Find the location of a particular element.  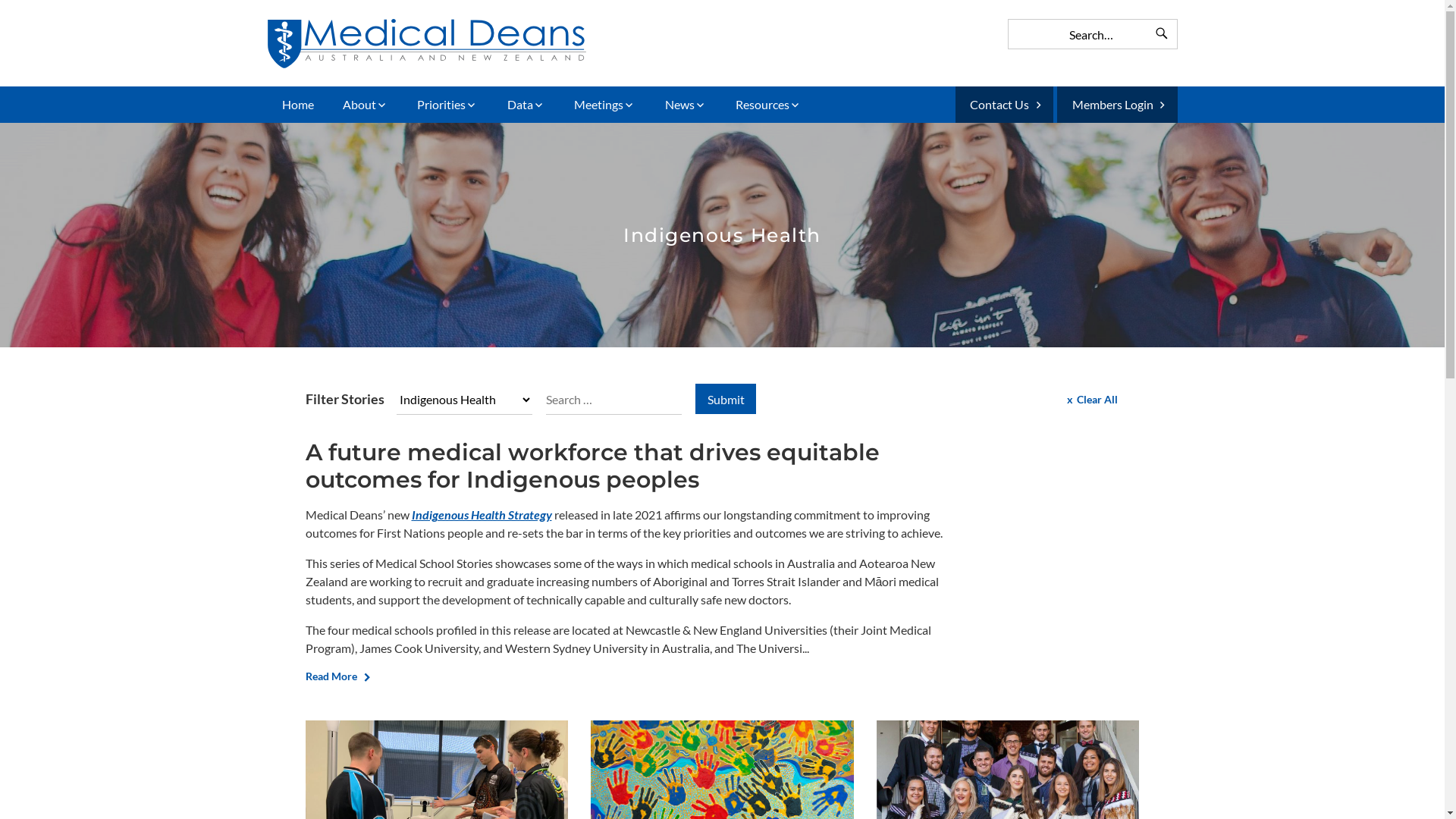

'Meetings' is located at coordinates (604, 104).